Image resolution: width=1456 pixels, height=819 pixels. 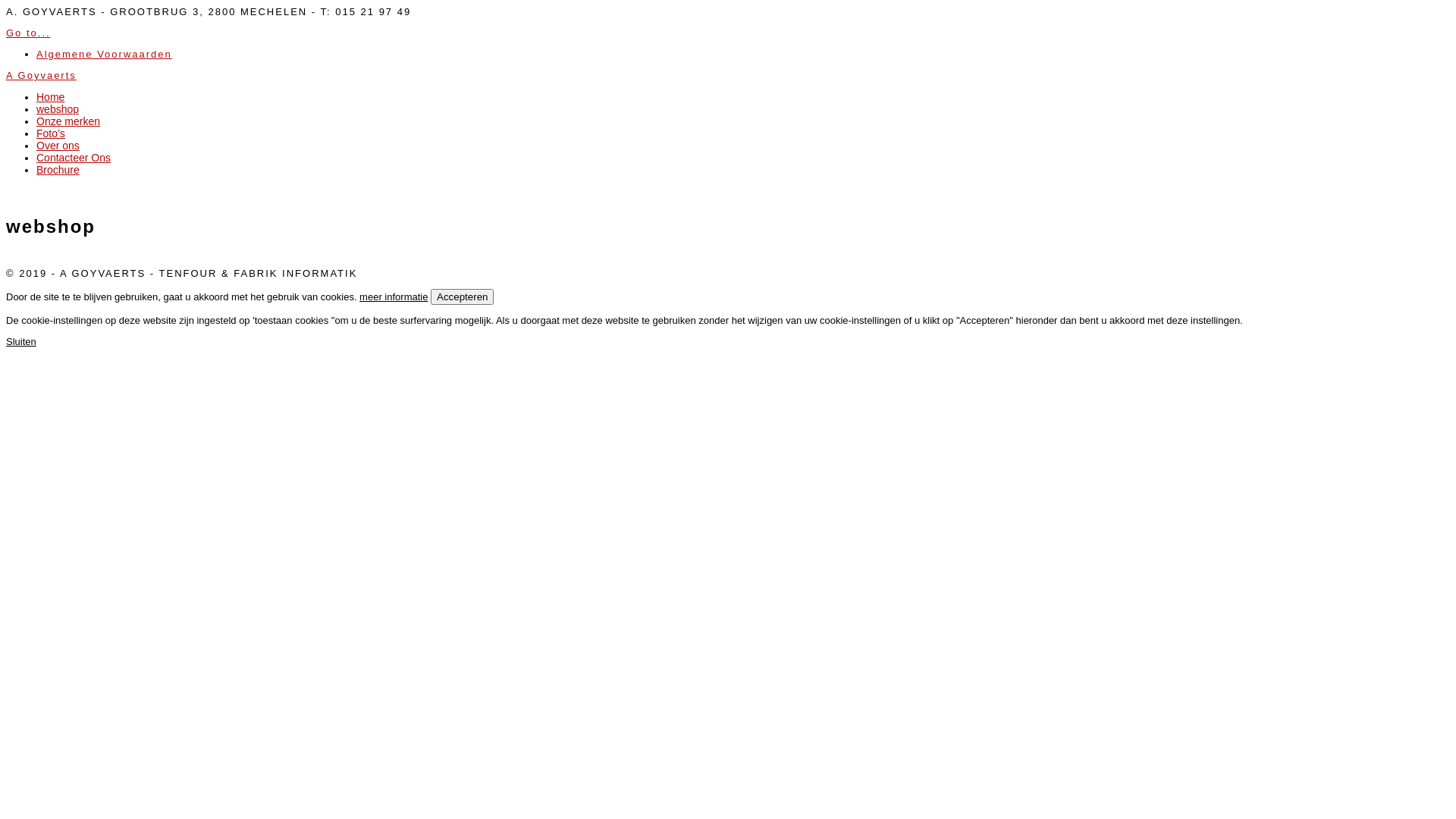 I want to click on 'Algemene Voorwaarden', so click(x=103, y=53).